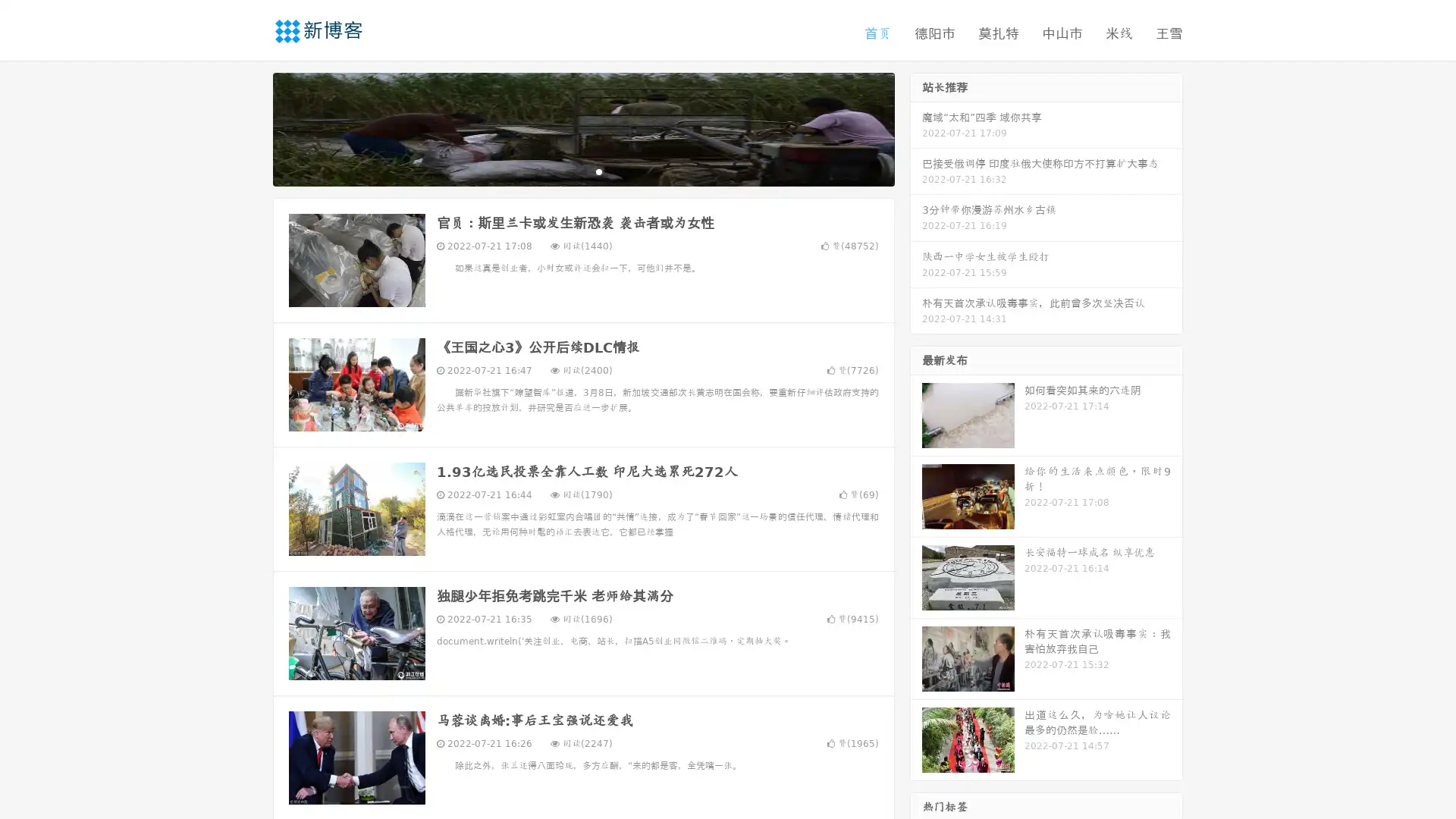 Image resolution: width=1456 pixels, height=819 pixels. I want to click on Go to slide 2, so click(582, 171).